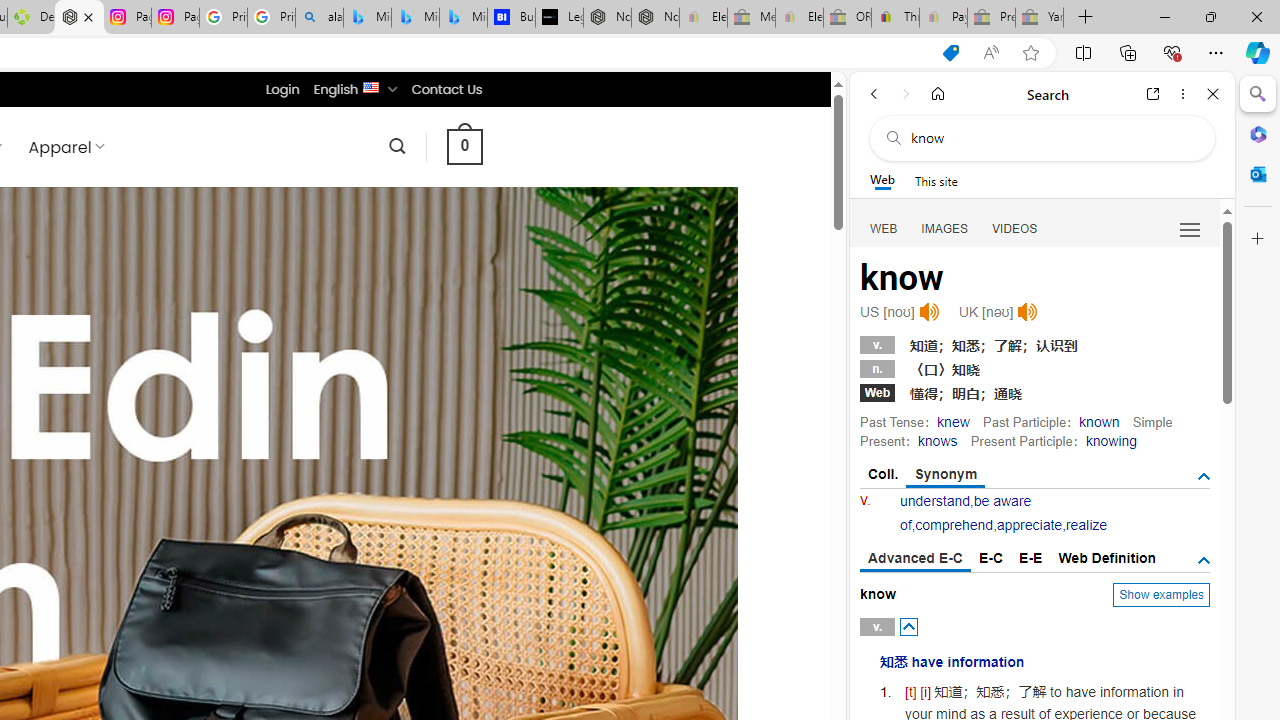 Image resolution: width=1280 pixels, height=720 pixels. I want to click on 'realize', so click(1085, 524).